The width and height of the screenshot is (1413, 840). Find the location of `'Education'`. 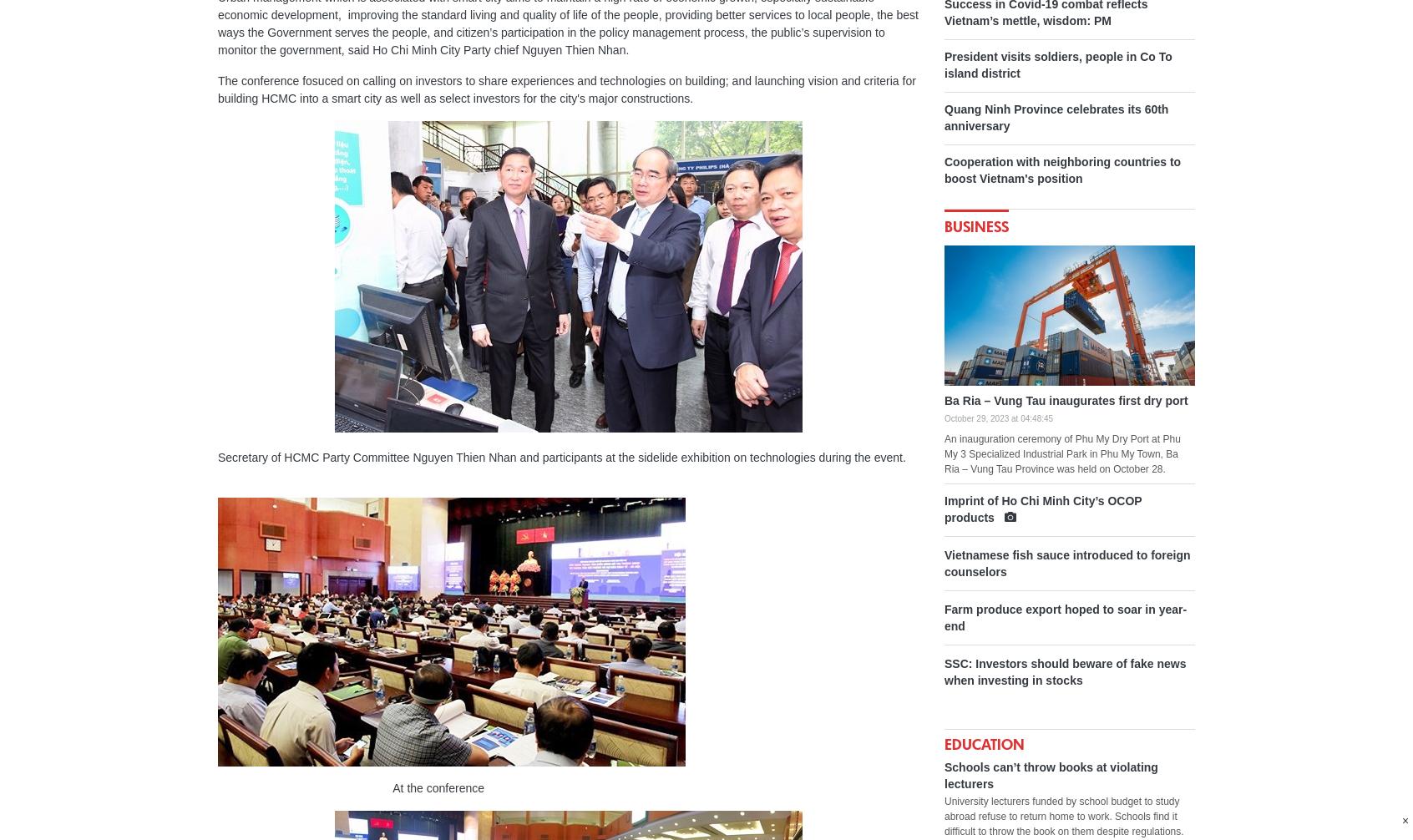

'Education' is located at coordinates (983, 743).